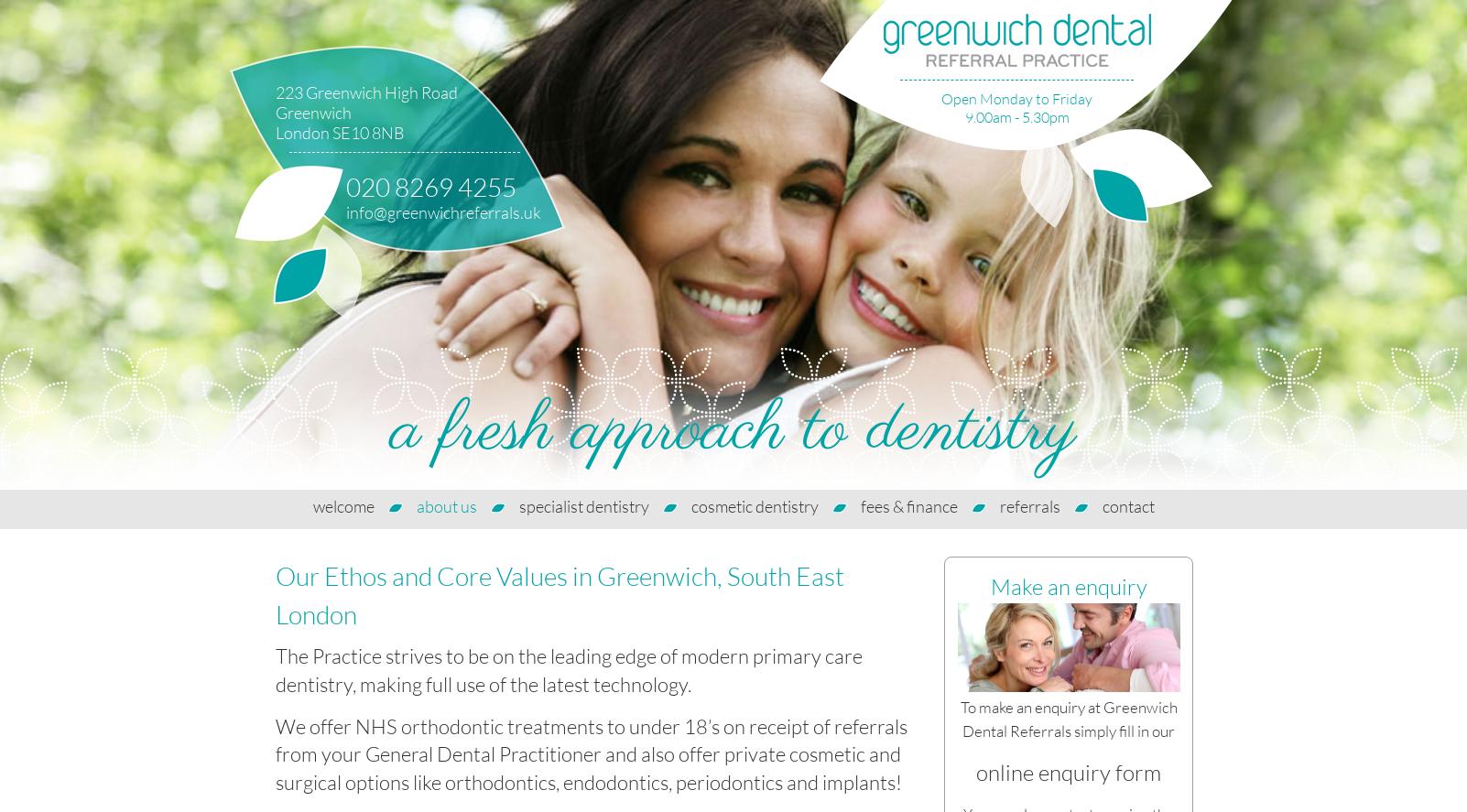 Image resolution: width=1467 pixels, height=812 pixels. I want to click on 'contact', so click(1127, 504).